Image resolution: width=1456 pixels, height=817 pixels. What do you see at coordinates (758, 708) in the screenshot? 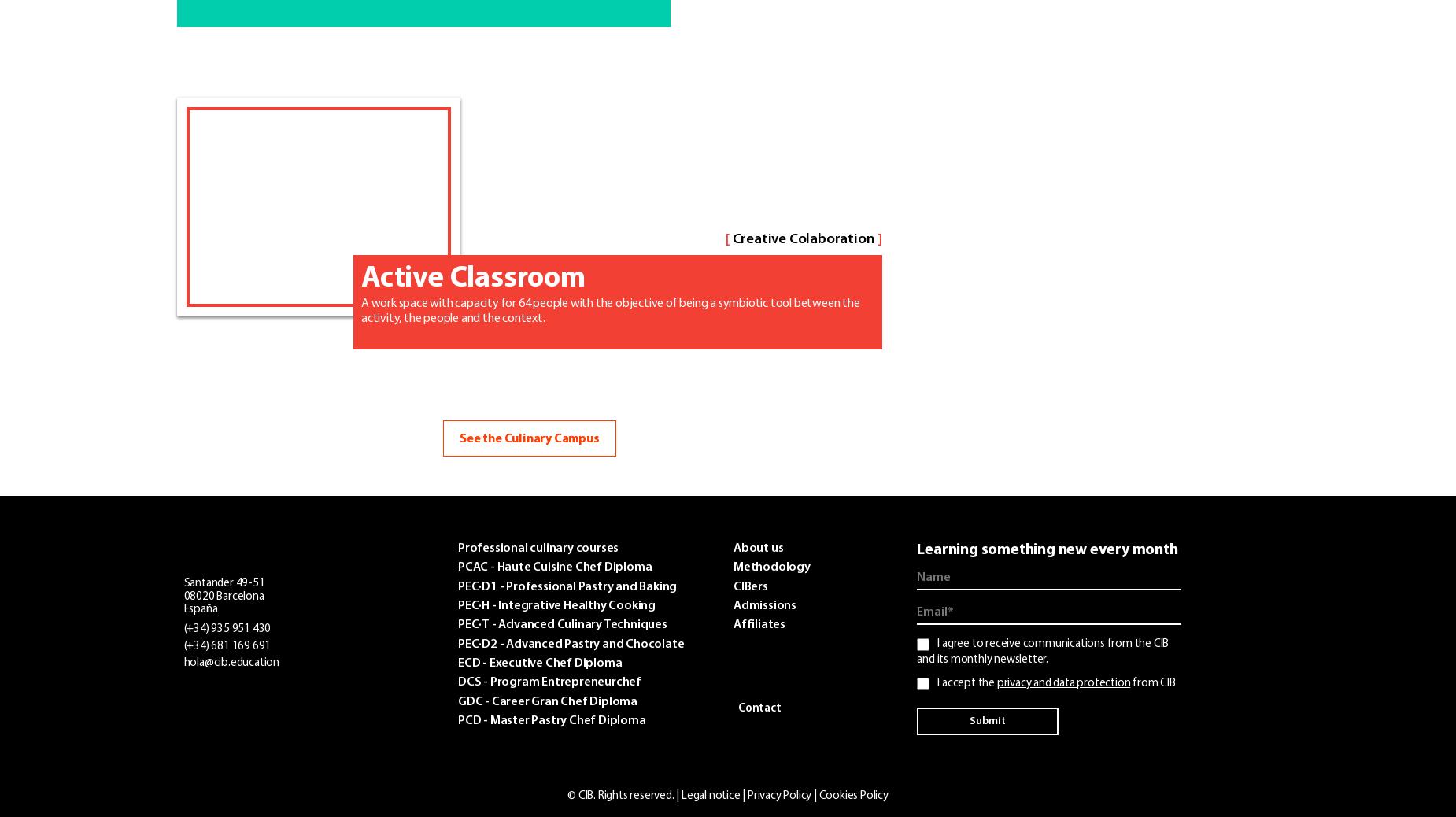
I see `'Contact'` at bounding box center [758, 708].